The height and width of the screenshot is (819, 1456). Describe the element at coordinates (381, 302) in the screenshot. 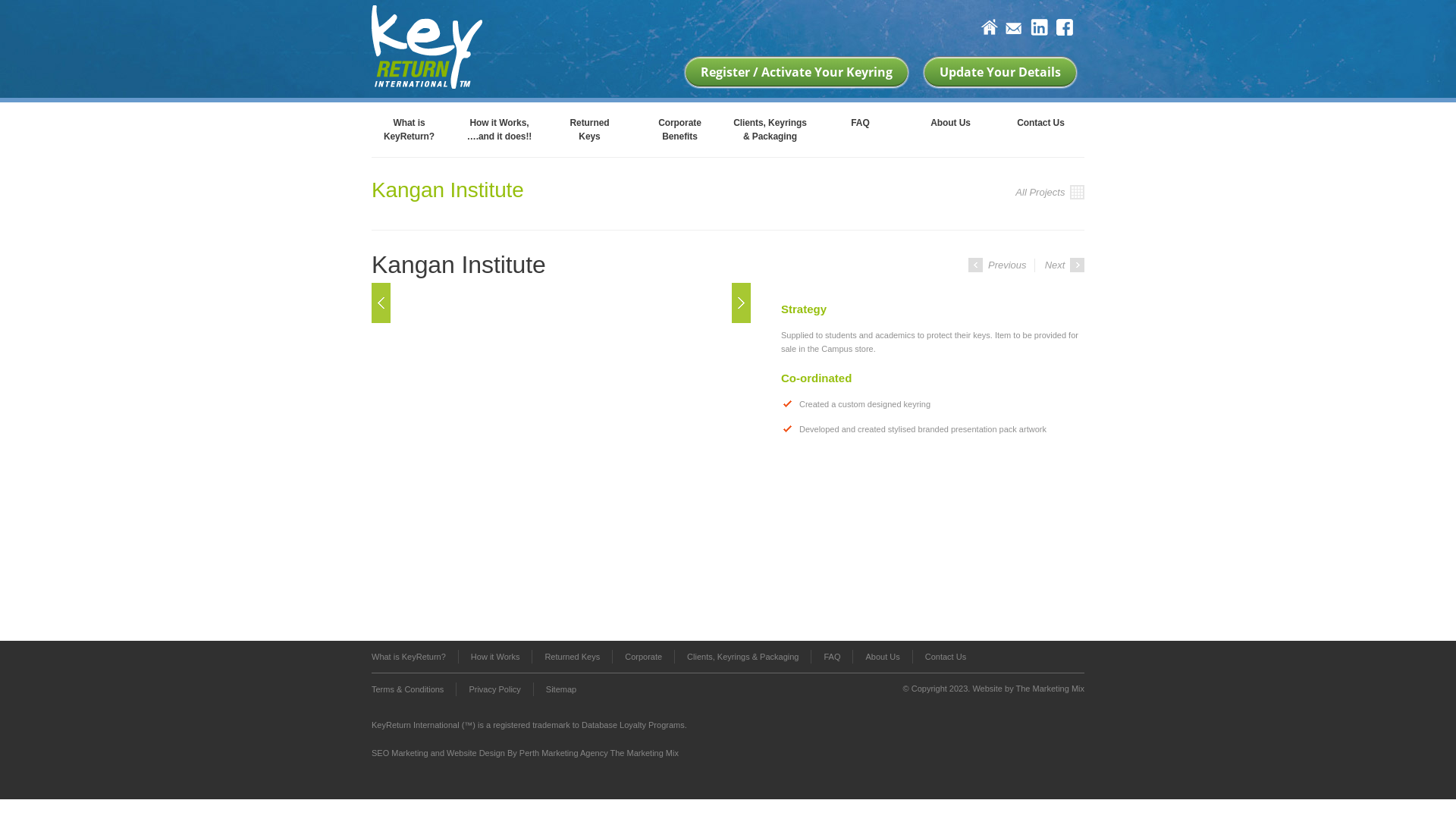

I see `'Prev'` at that location.